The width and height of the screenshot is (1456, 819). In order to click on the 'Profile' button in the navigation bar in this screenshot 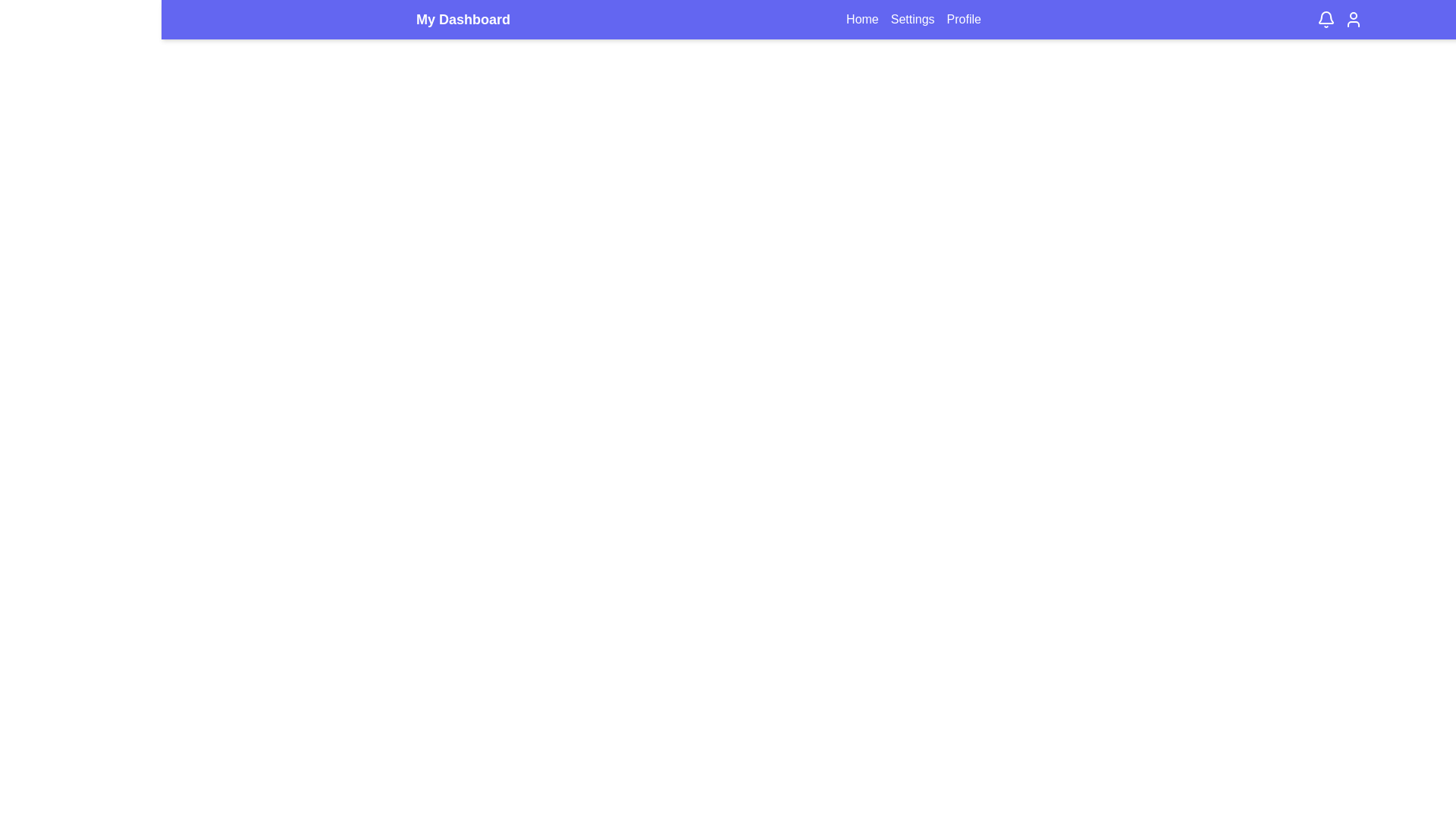, I will do `click(963, 20)`.